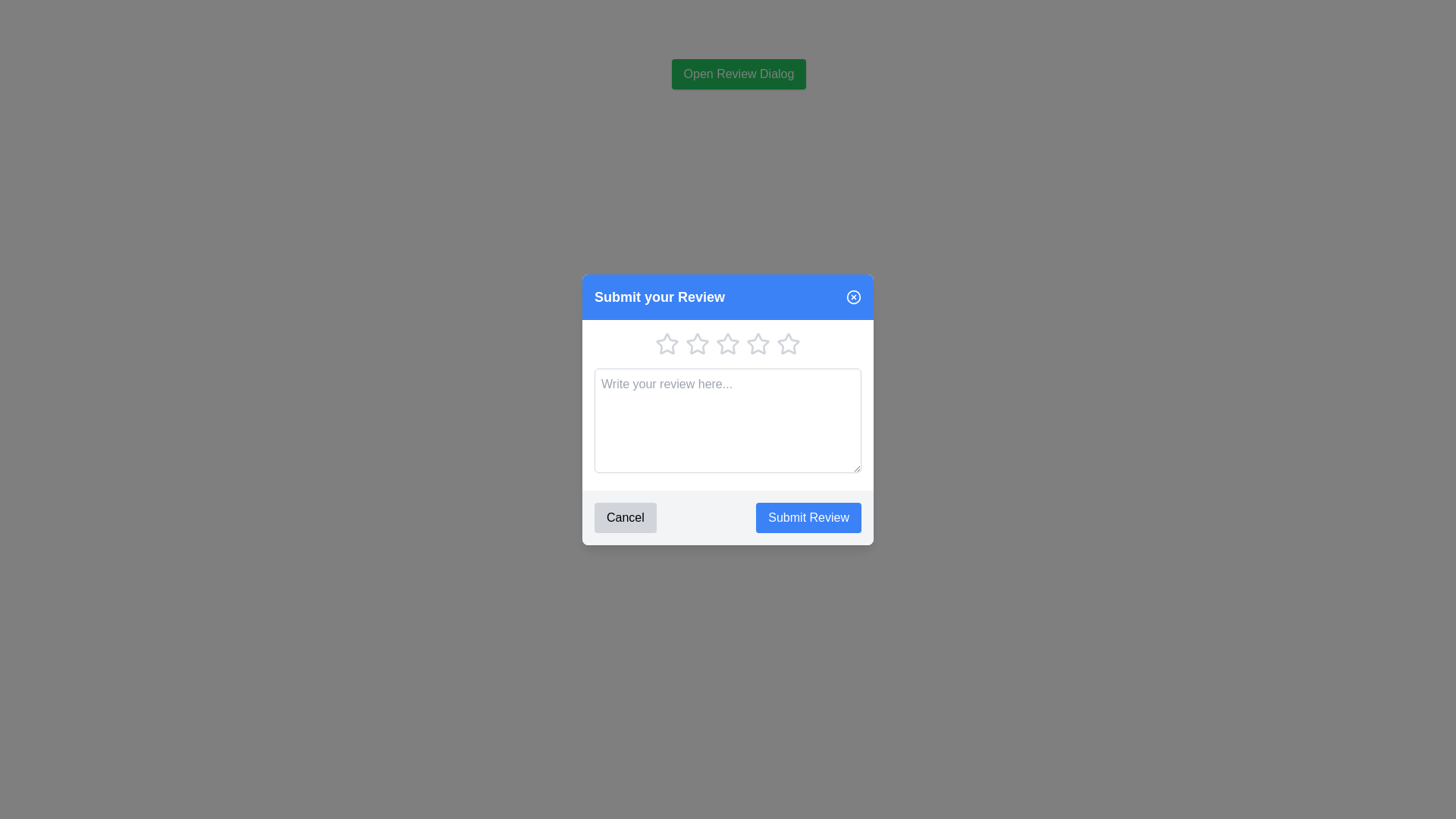  What do you see at coordinates (625, 516) in the screenshot?
I see `the cancel button located in the footer section of the 'Submit your Review' dialog box, positioned to the left of the 'Submit Review' button` at bounding box center [625, 516].